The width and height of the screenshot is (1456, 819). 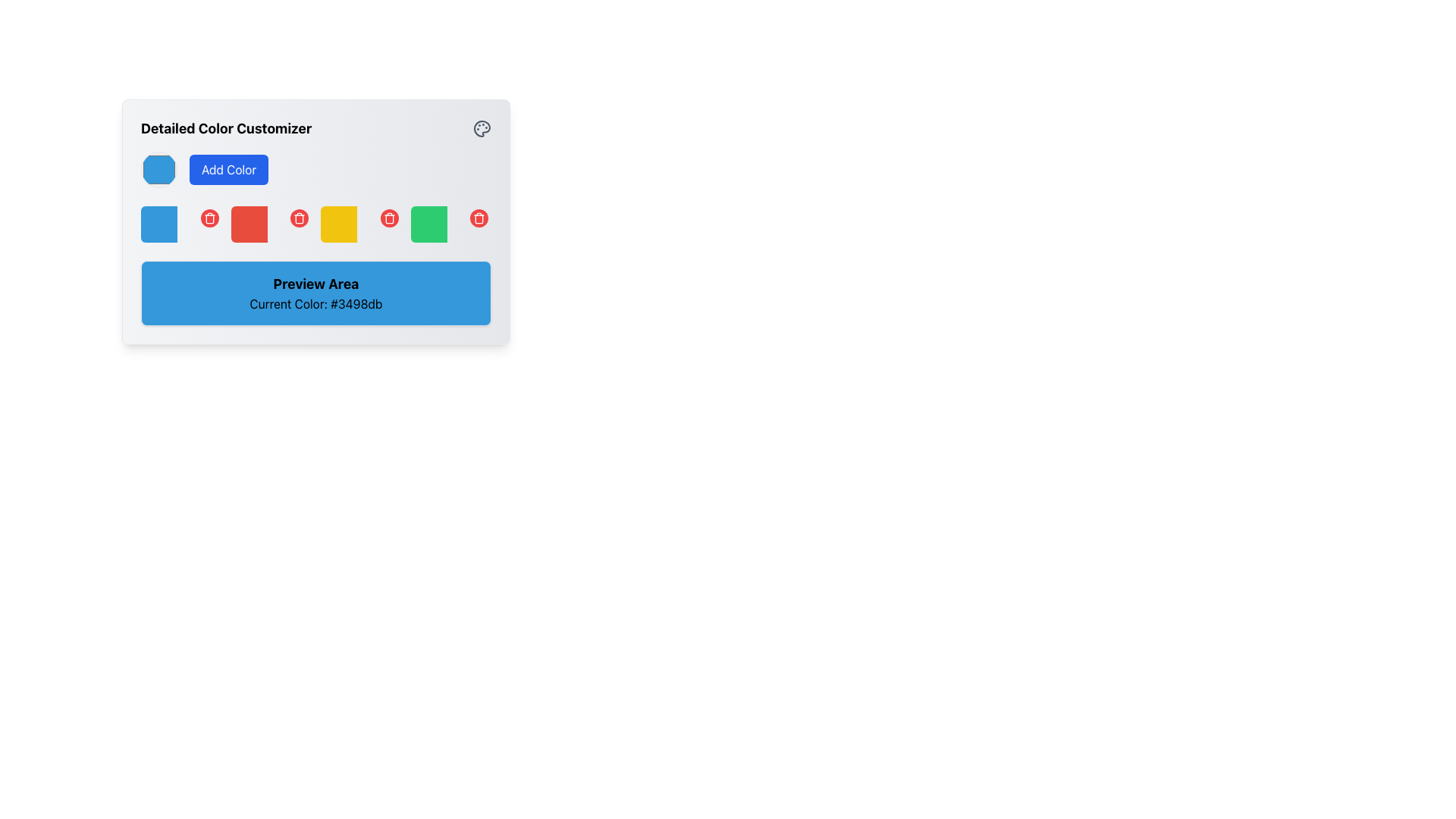 What do you see at coordinates (299, 218) in the screenshot?
I see `the fourth red trash icon button` at bounding box center [299, 218].